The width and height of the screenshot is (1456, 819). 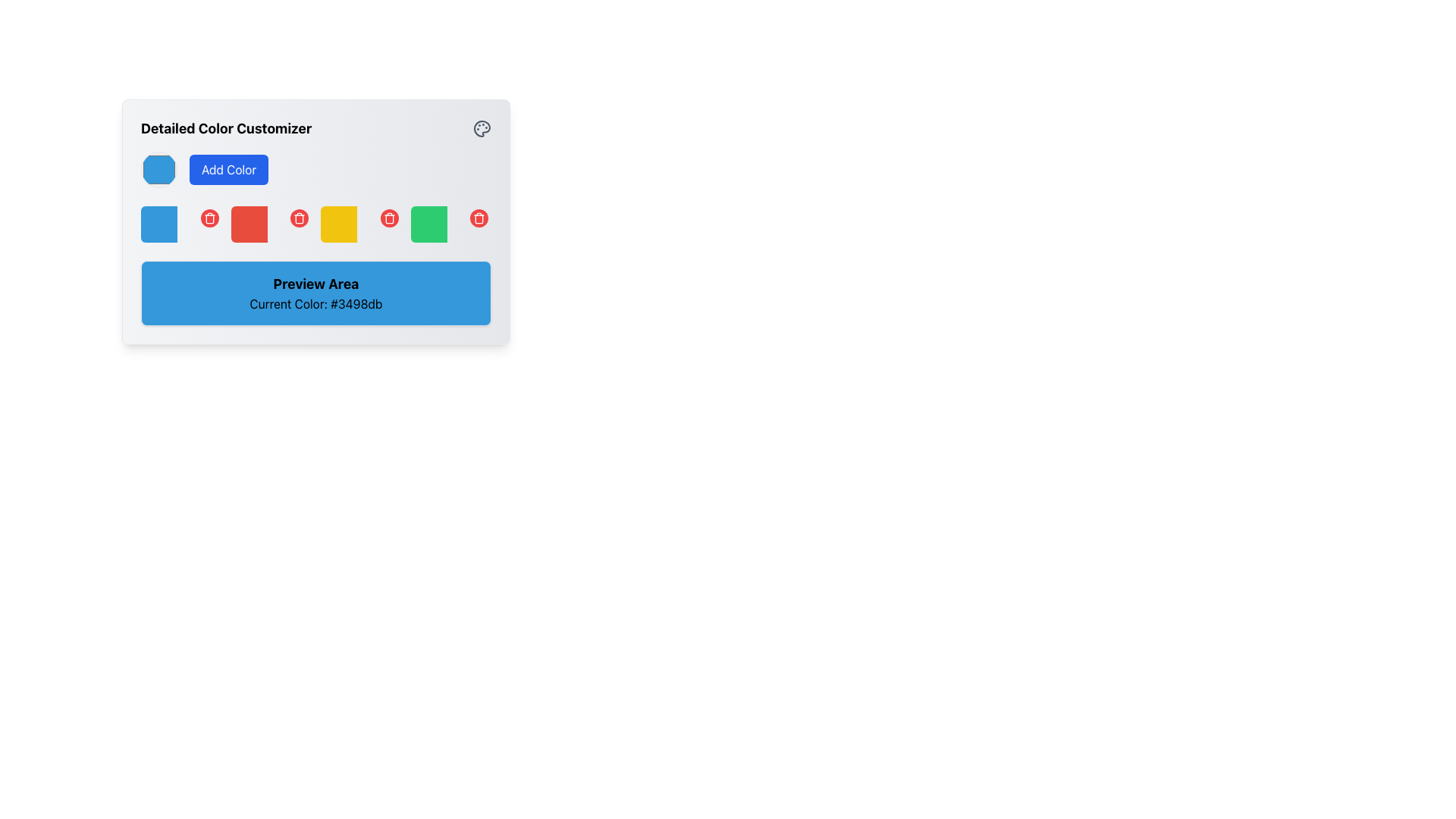 What do you see at coordinates (299, 218) in the screenshot?
I see `the fourth red trash icon button` at bounding box center [299, 218].